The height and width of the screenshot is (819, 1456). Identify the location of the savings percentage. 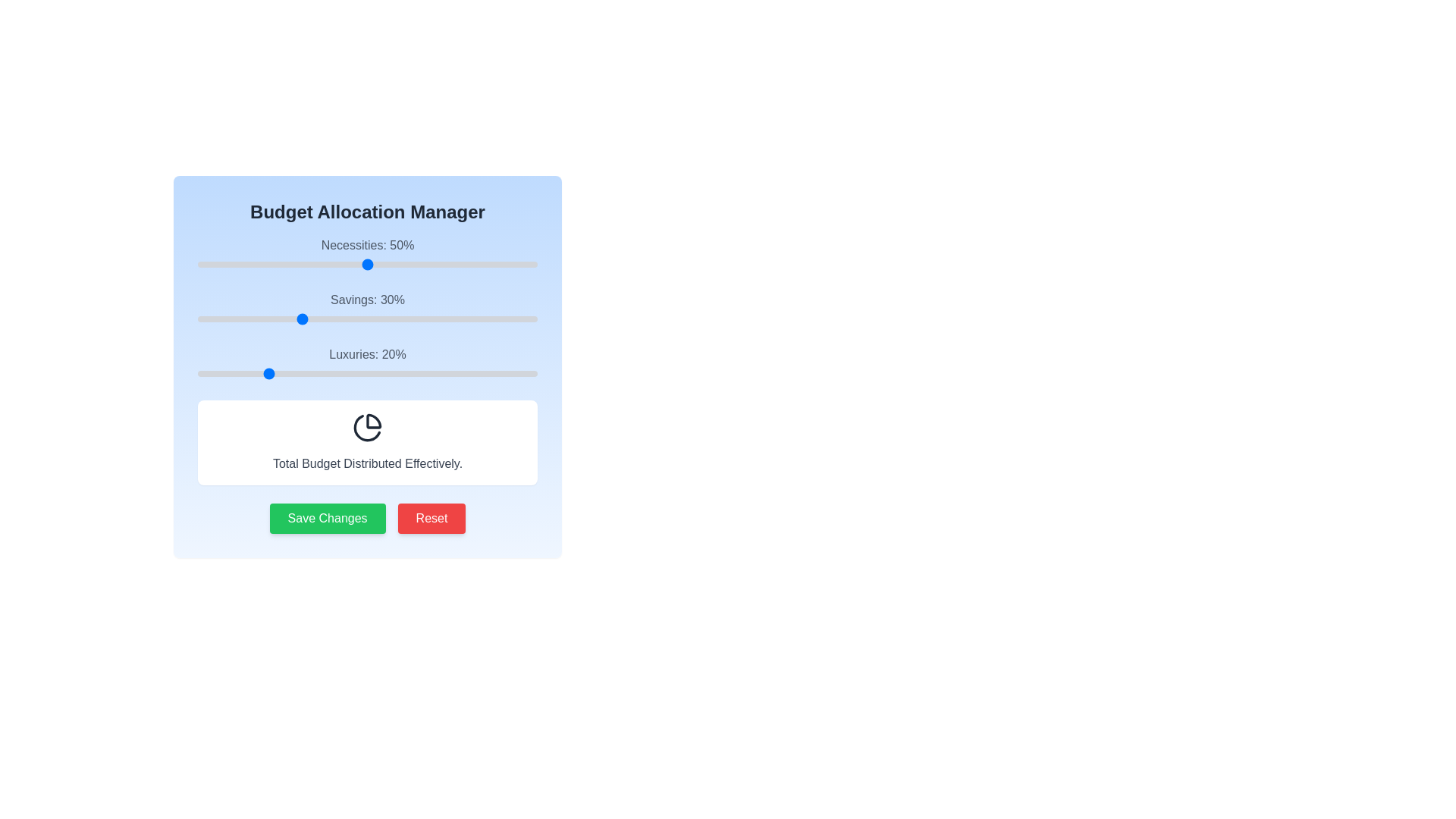
(256, 318).